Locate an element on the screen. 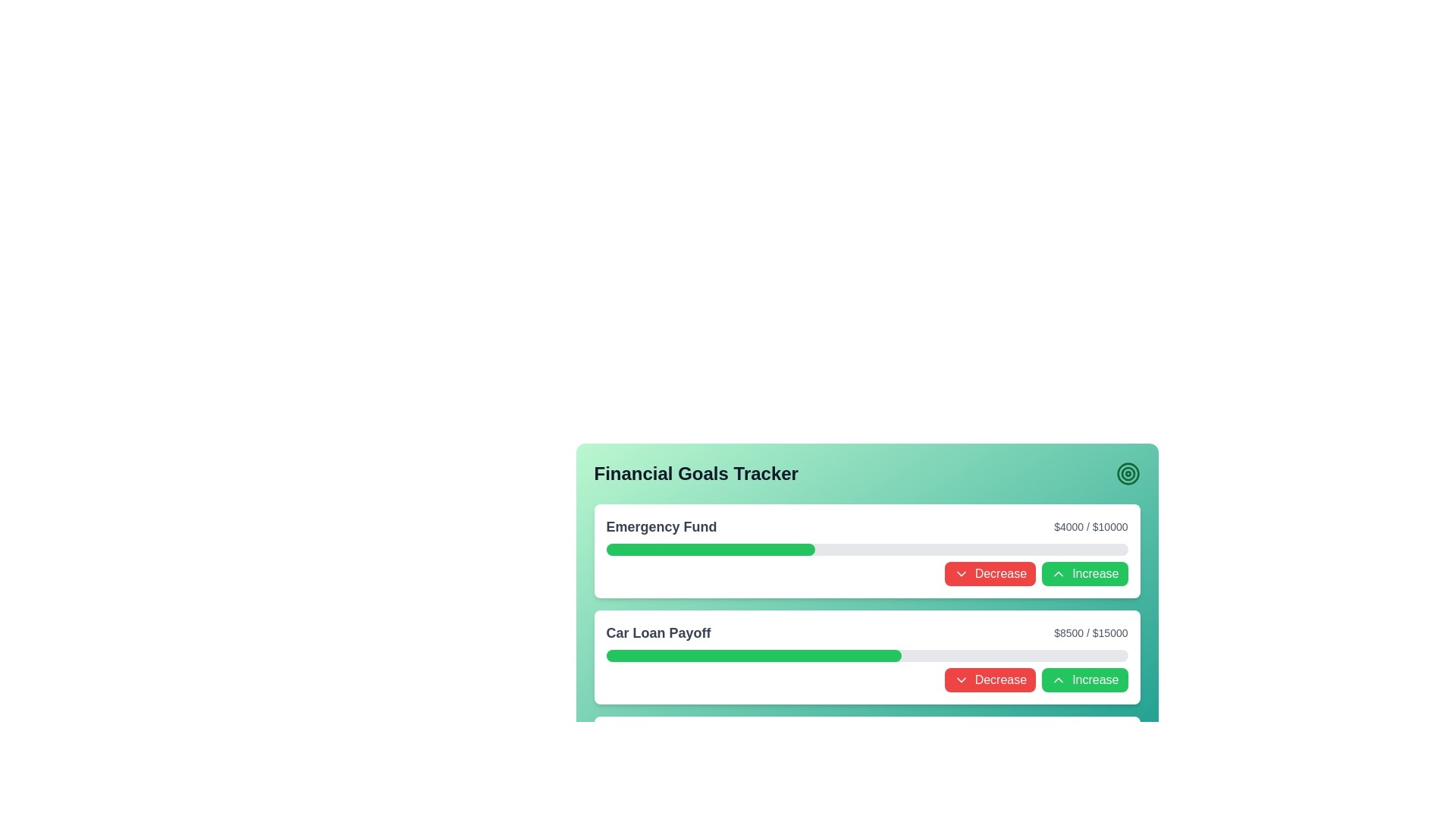 This screenshot has height=819, width=1456. the 'Emergency Fund' text label in the Financial Goals Tracker section, which indicates the category for the associated progress bar and goal range is located at coordinates (661, 526).